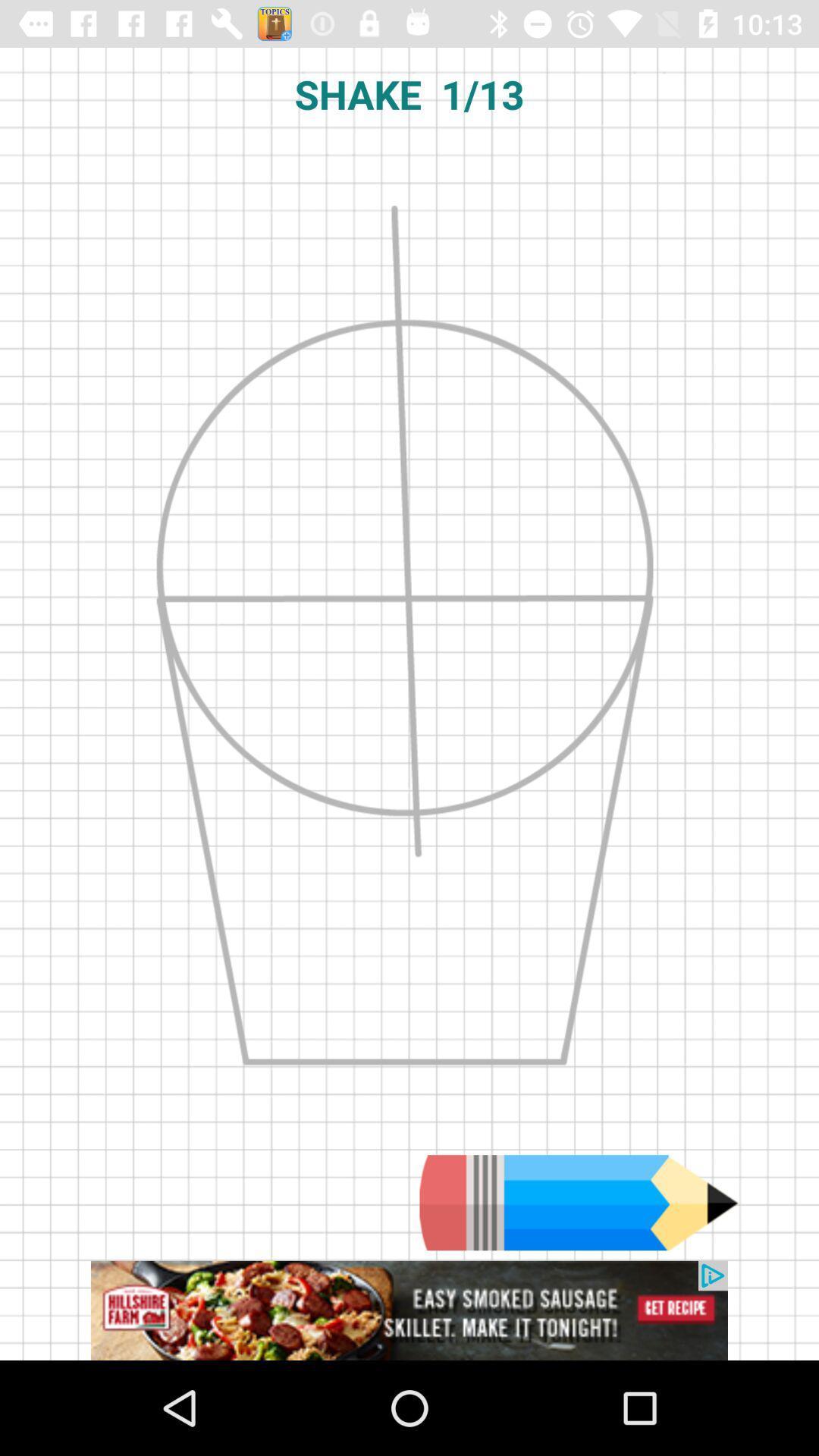 The image size is (819, 1456). What do you see at coordinates (579, 1202) in the screenshot?
I see `to draw` at bounding box center [579, 1202].